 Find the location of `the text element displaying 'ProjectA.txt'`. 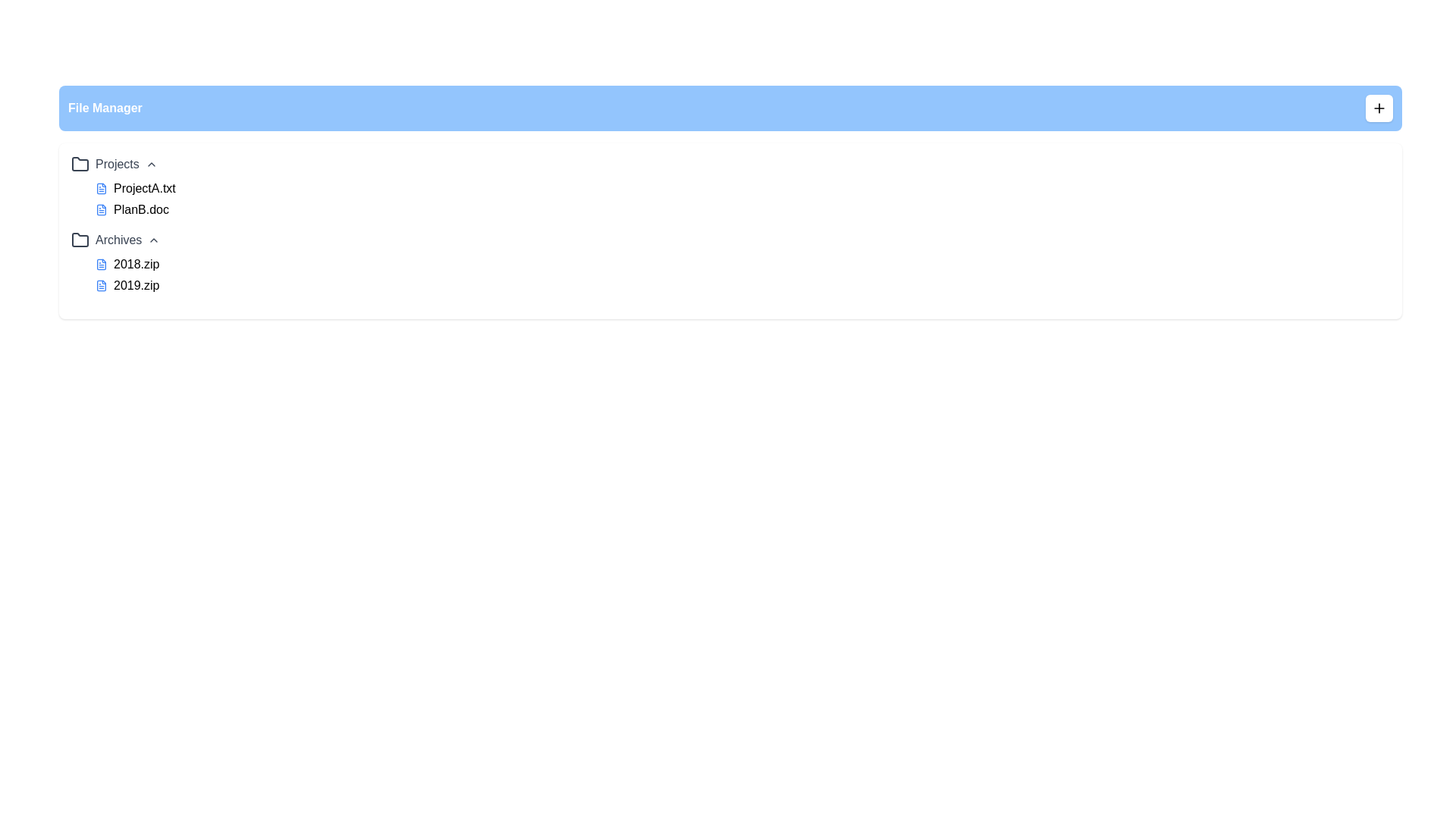

the text element displaying 'ProjectA.txt' is located at coordinates (144, 188).